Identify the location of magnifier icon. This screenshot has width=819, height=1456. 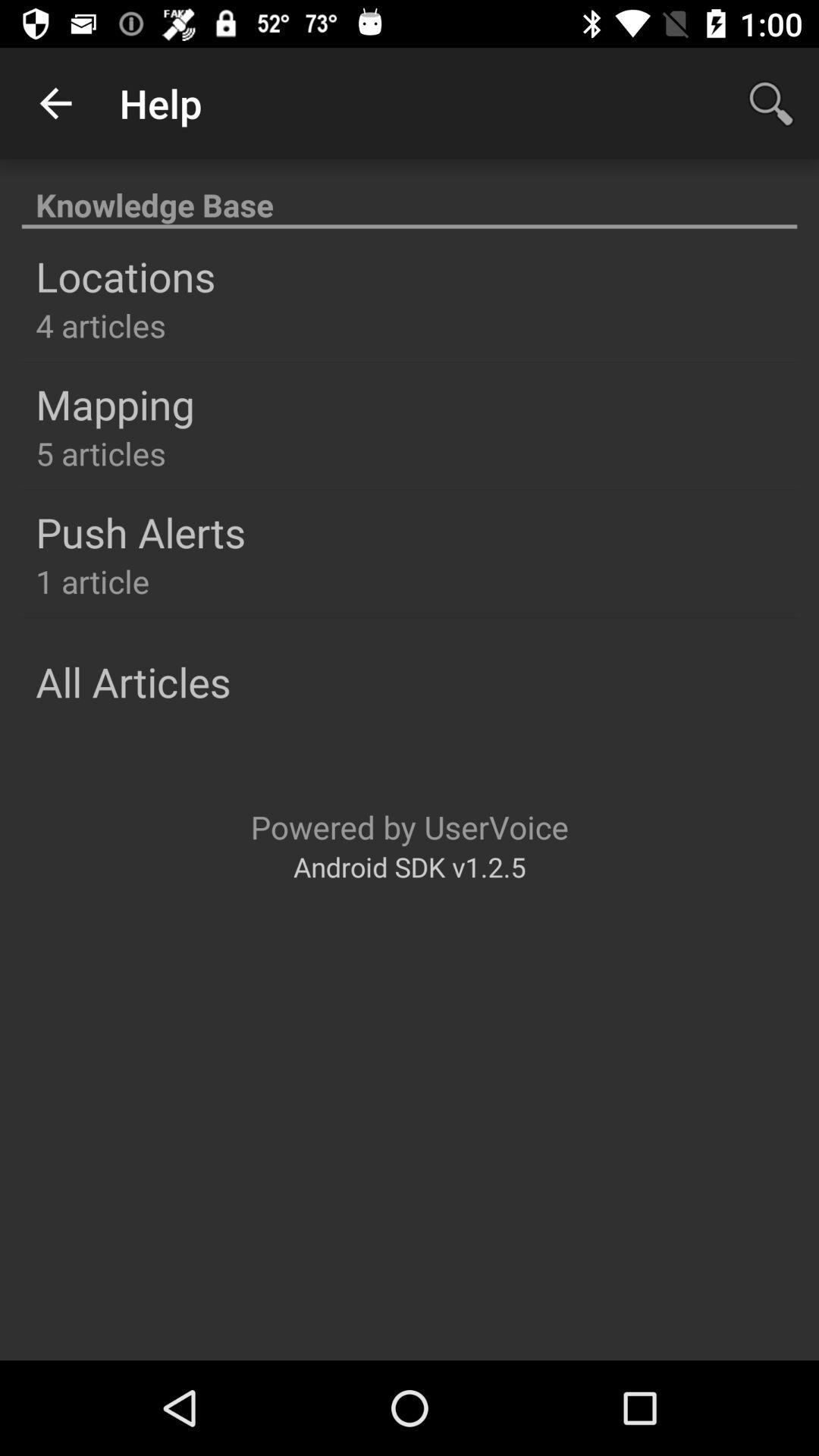
(771, 103).